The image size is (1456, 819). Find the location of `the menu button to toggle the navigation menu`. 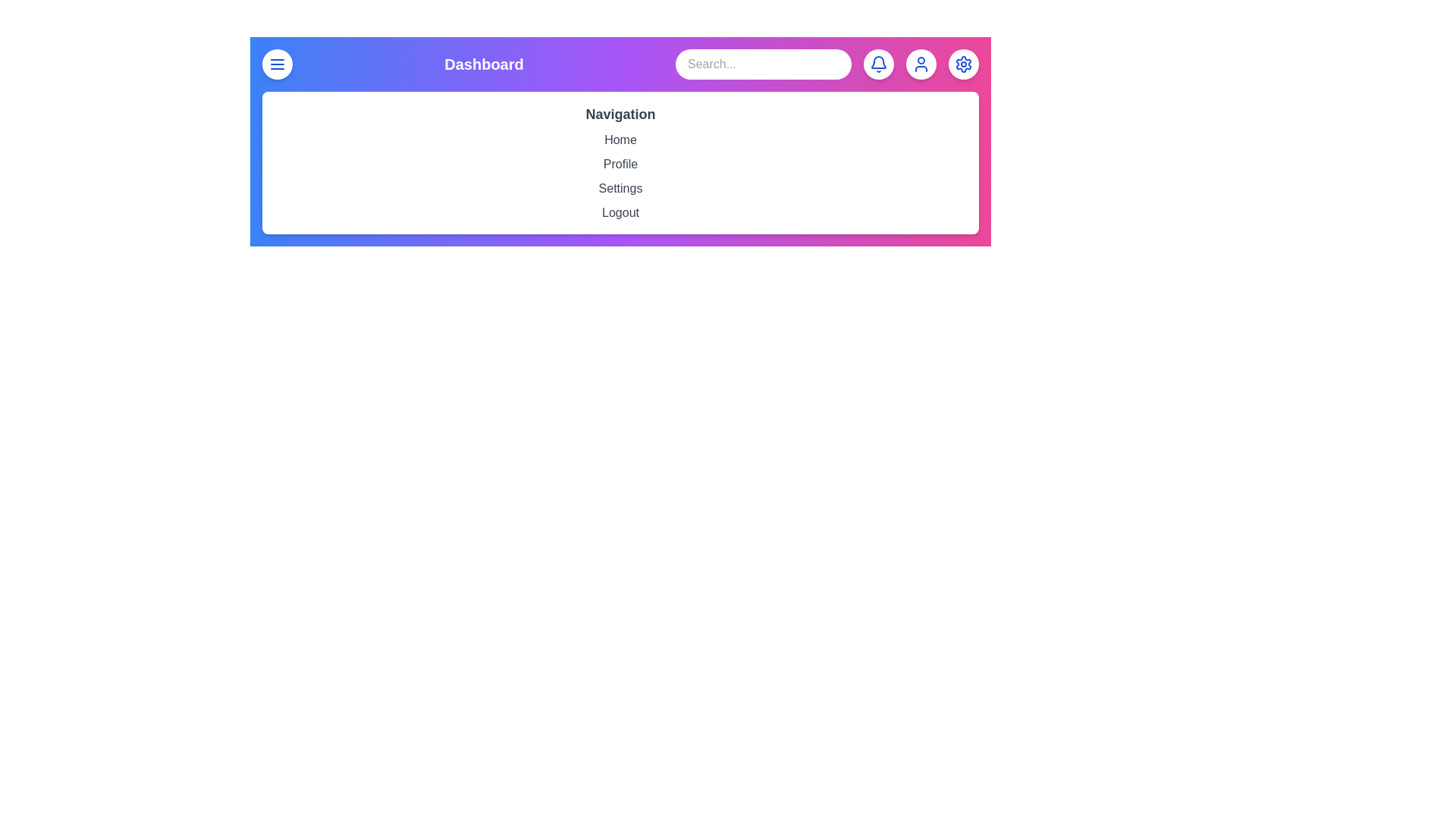

the menu button to toggle the navigation menu is located at coordinates (277, 63).